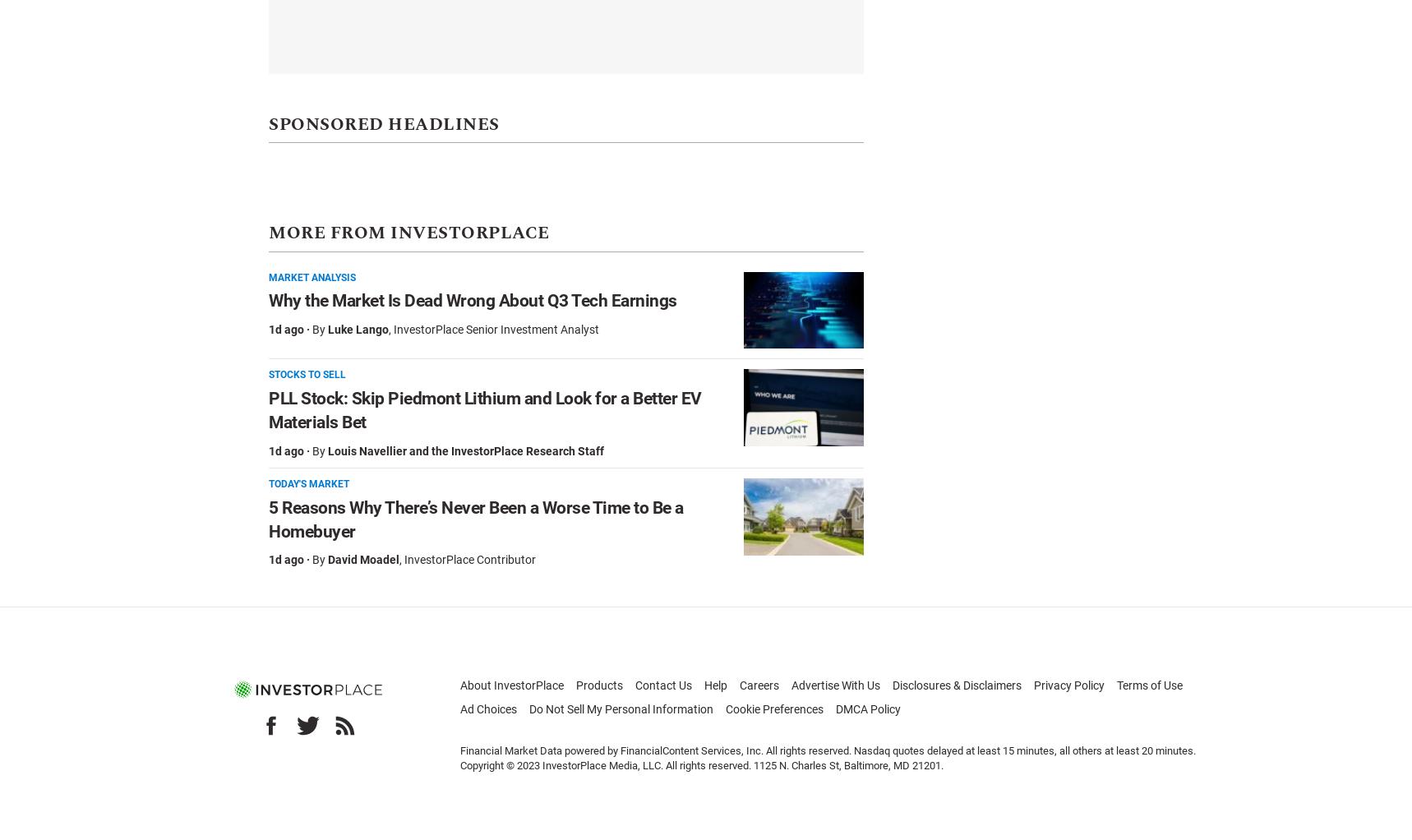  What do you see at coordinates (326, 558) in the screenshot?
I see `'David Moadel'` at bounding box center [326, 558].